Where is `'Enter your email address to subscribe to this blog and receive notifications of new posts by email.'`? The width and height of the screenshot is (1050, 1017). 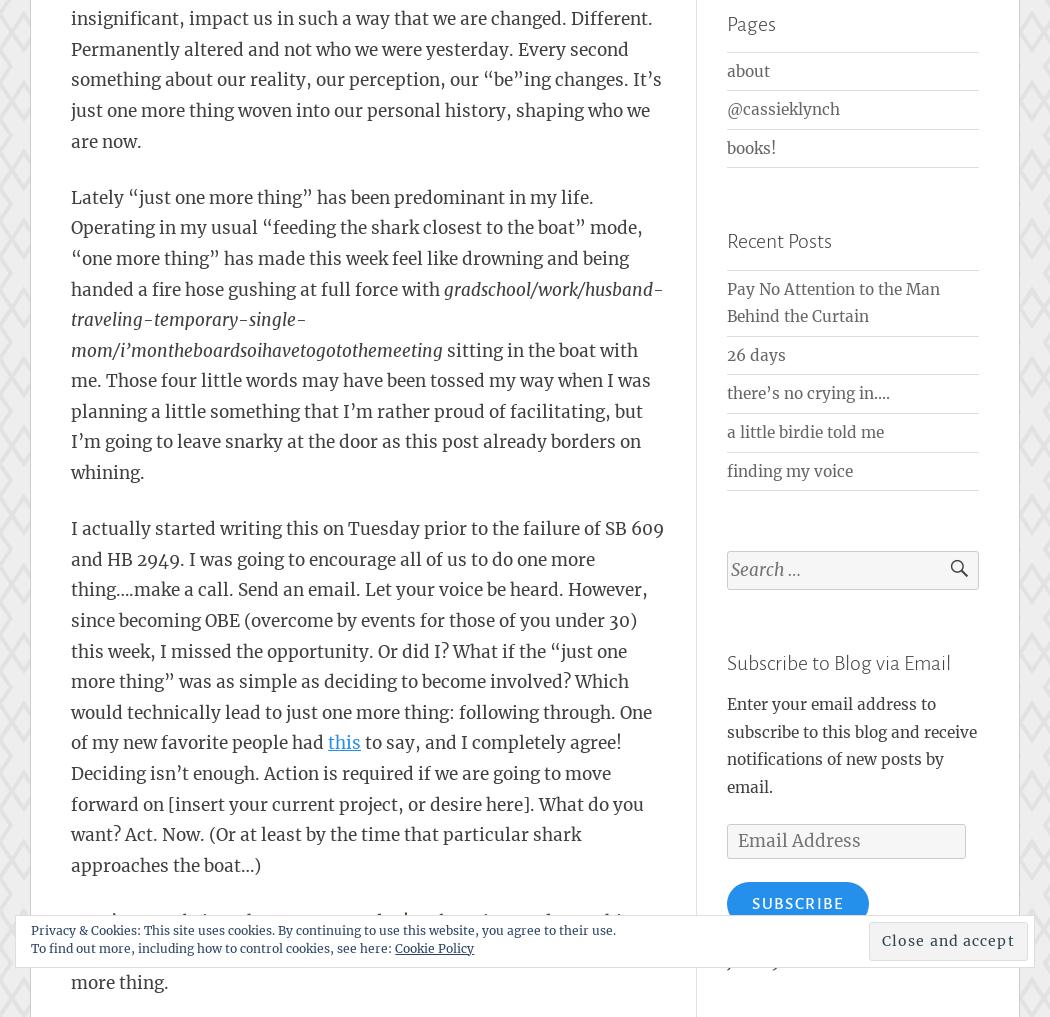
'Enter your email address to subscribe to this blog and receive notifications of new posts by email.' is located at coordinates (851, 745).